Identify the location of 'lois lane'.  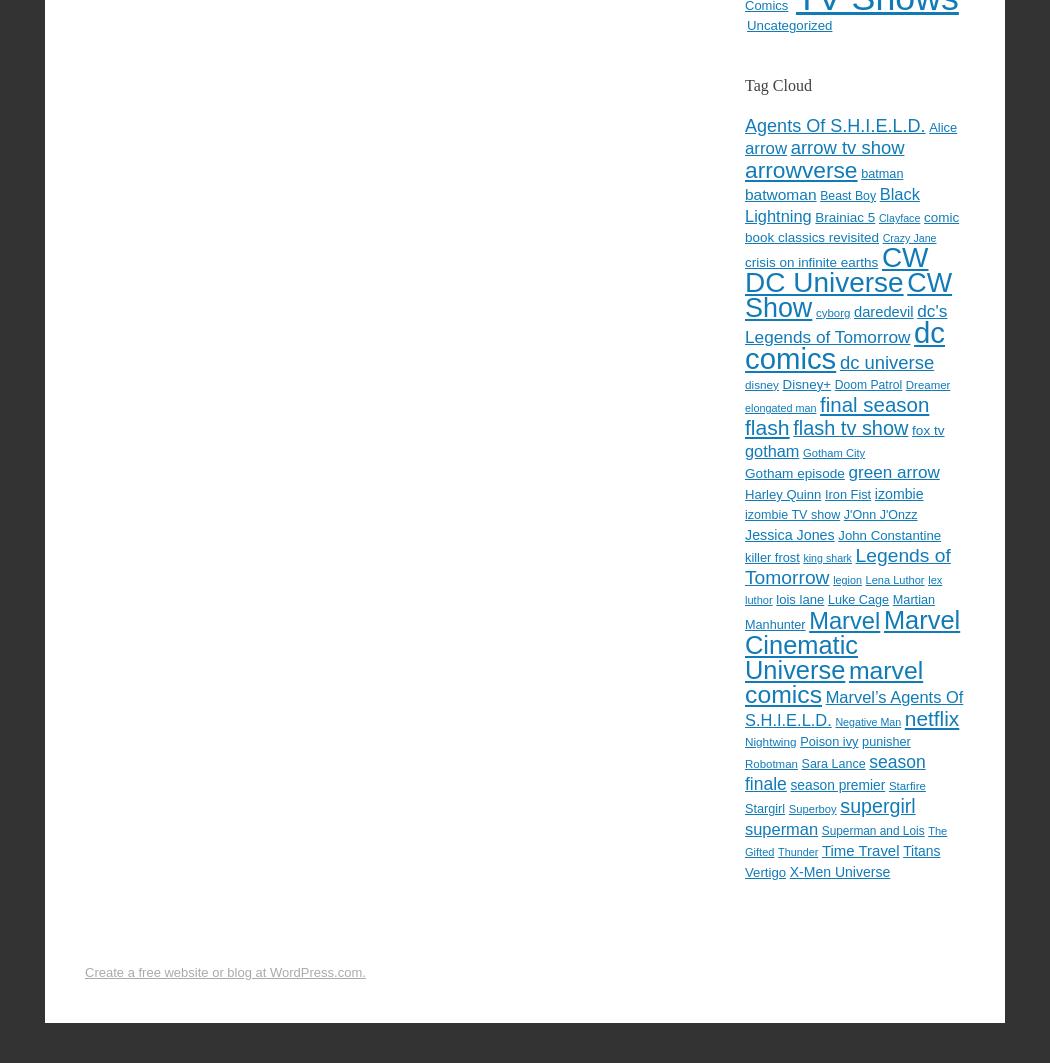
(798, 597).